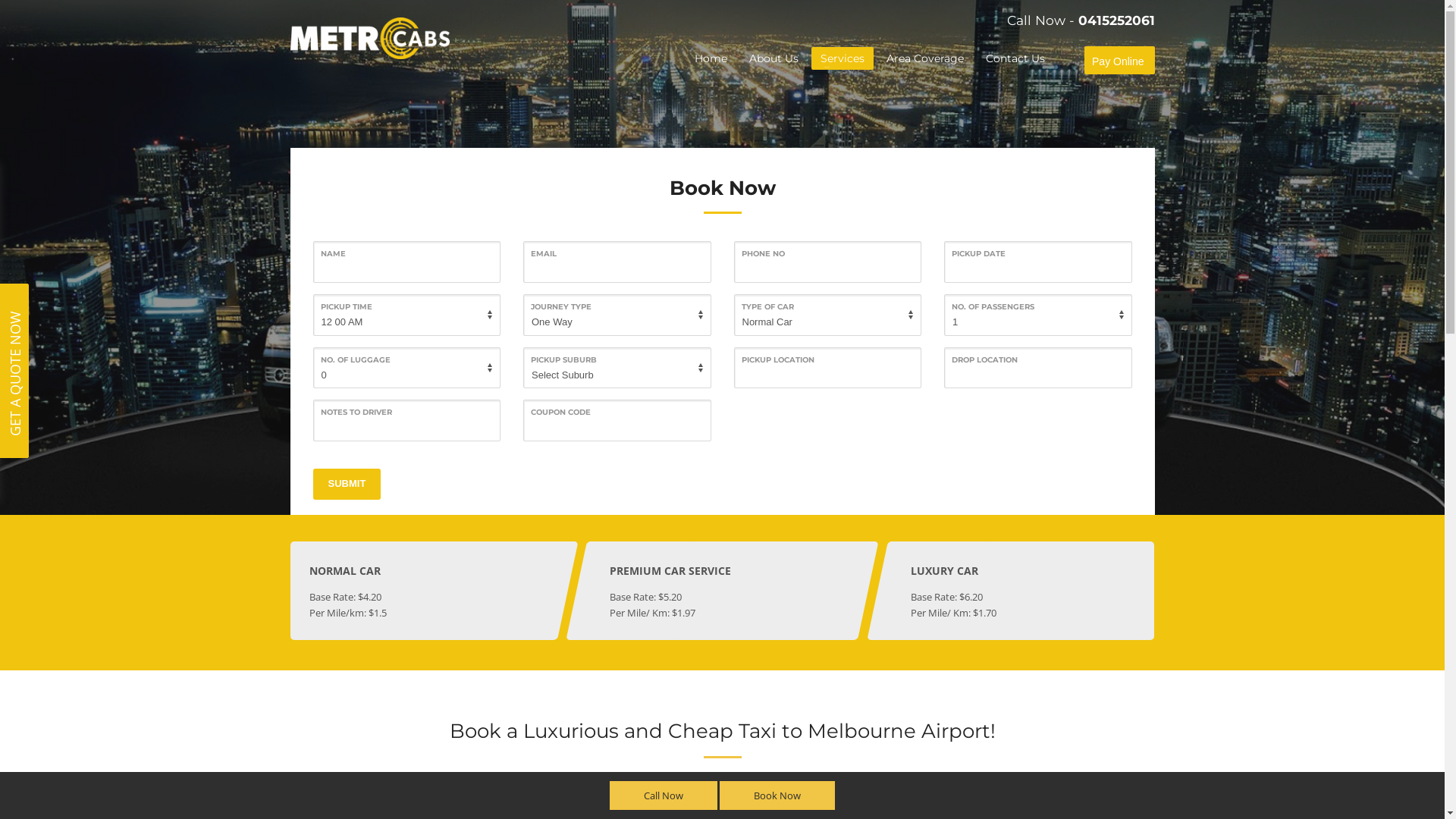  What do you see at coordinates (1117, 61) in the screenshot?
I see `'Pay Online'` at bounding box center [1117, 61].